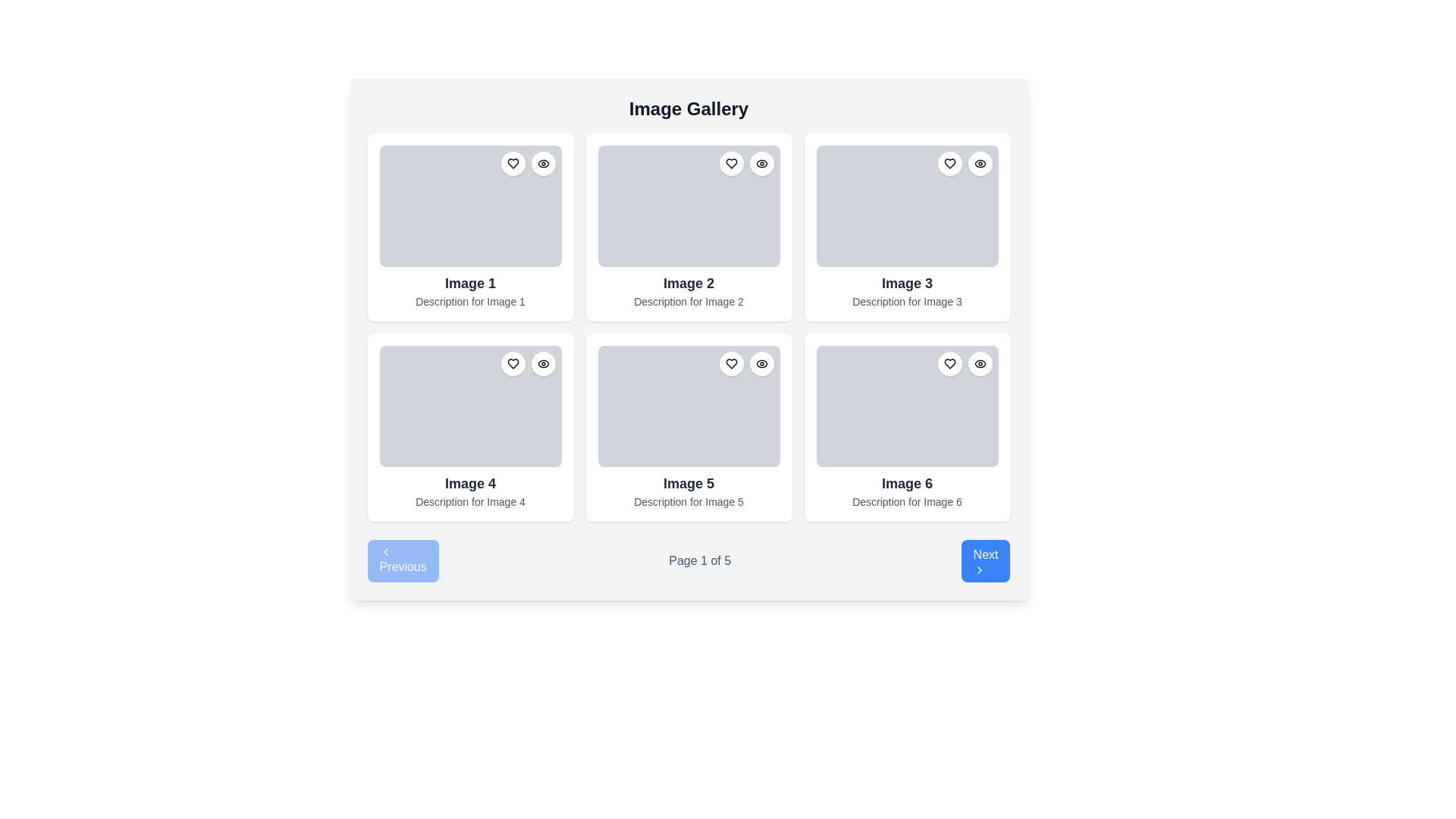 This screenshot has height=819, width=1456. I want to click on the heart-shaped icon with a hollow center, located in the top-right corner of 'Image 3', to mark it as favorite, so click(949, 164).